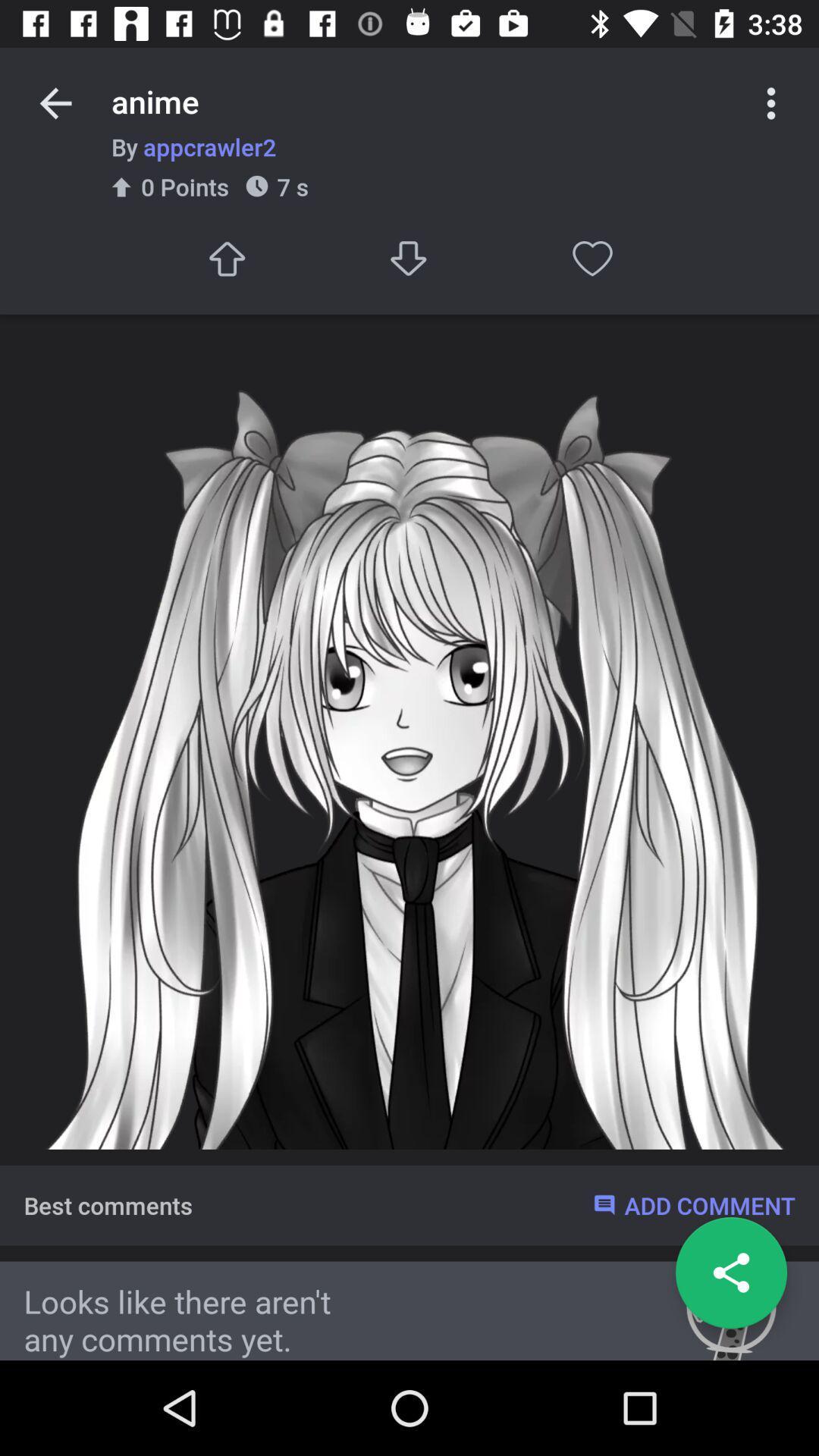 Image resolution: width=819 pixels, height=1456 pixels. Describe the element at coordinates (730, 1272) in the screenshot. I see `go back` at that location.